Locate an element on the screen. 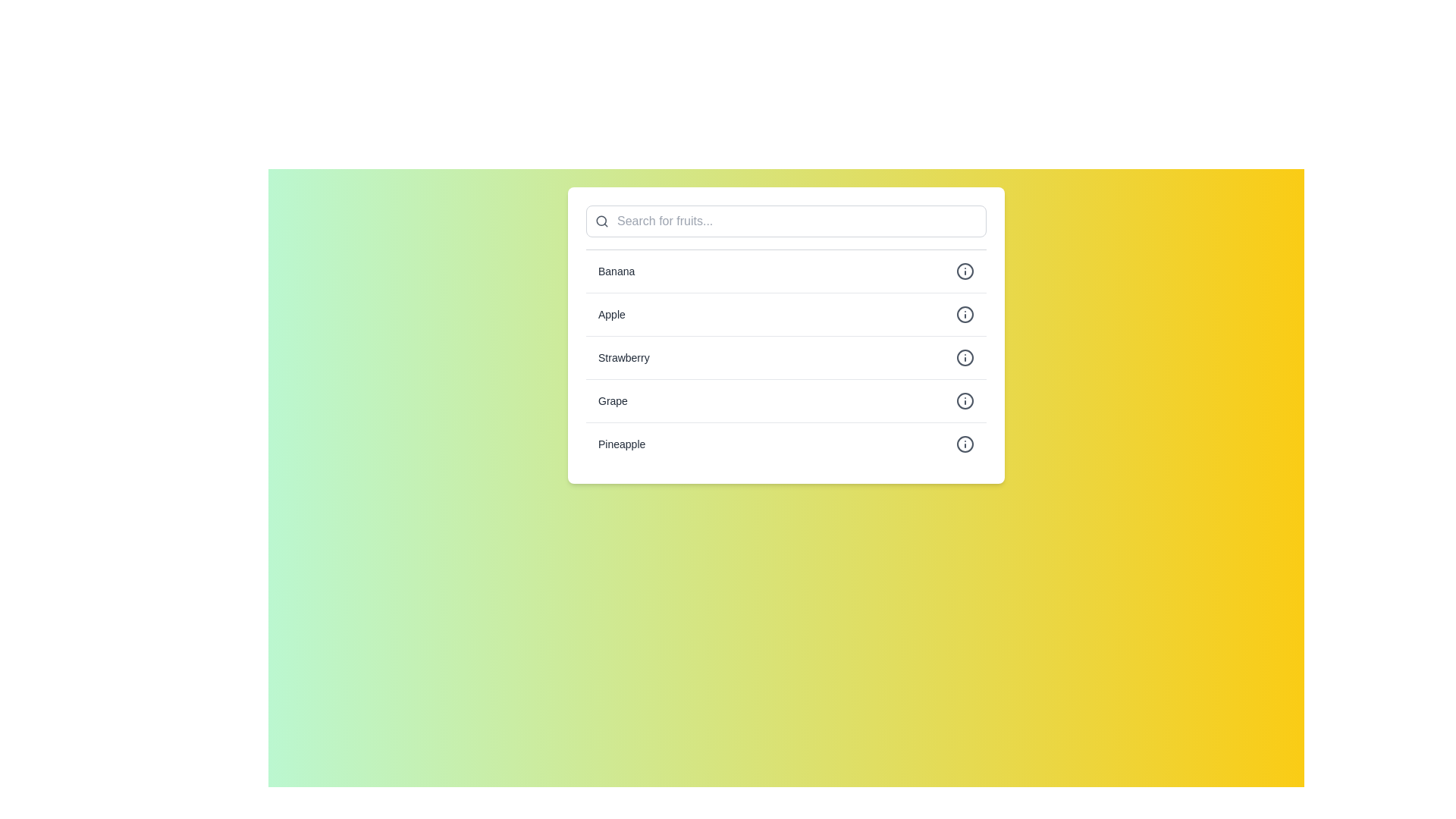 The height and width of the screenshot is (819, 1456). the outlined circular SVG shape located in the final row of the list, adjacent to the 'Pineapple' label is located at coordinates (964, 444).